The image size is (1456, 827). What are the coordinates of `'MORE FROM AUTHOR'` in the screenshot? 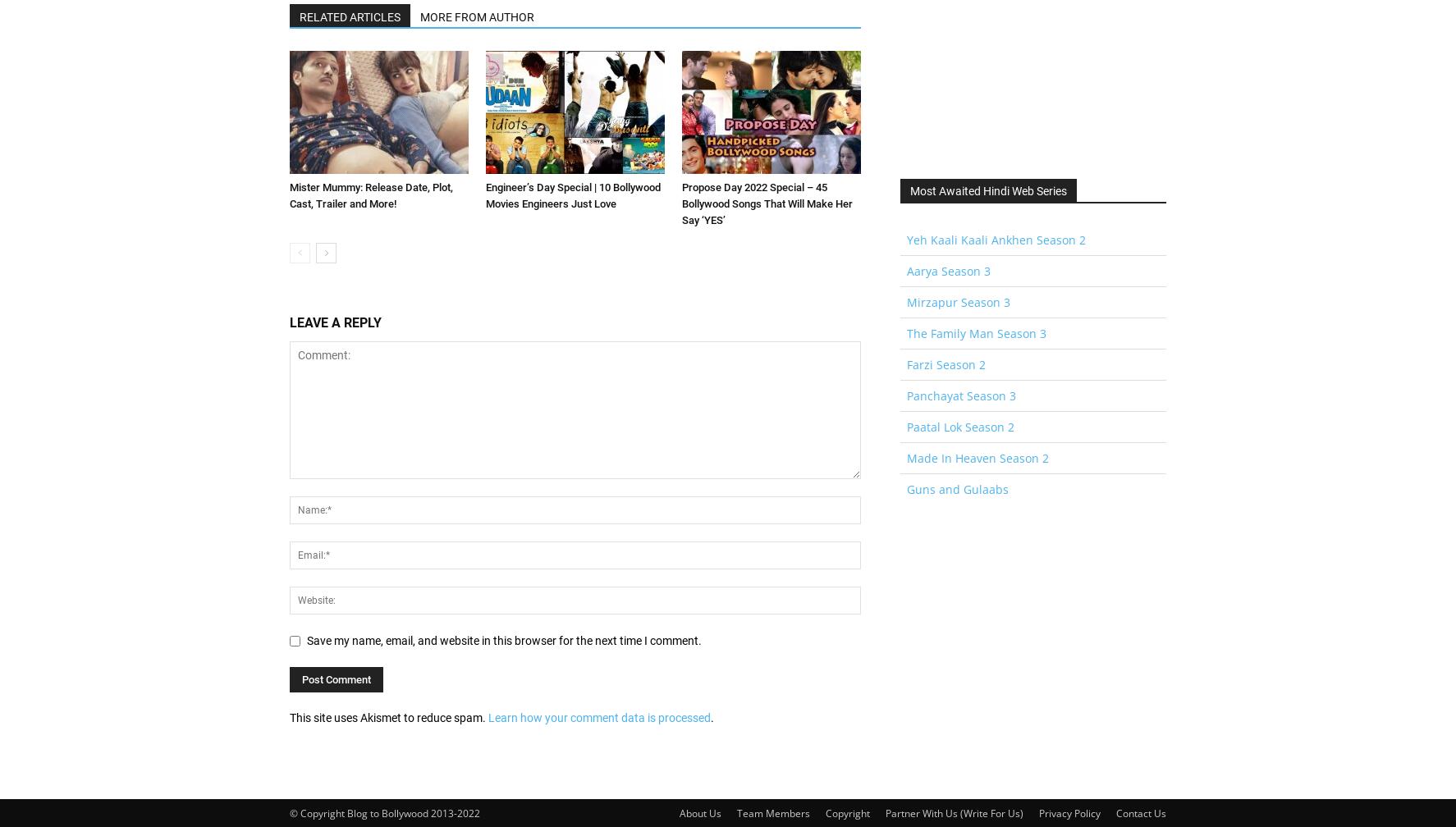 It's located at (476, 16).